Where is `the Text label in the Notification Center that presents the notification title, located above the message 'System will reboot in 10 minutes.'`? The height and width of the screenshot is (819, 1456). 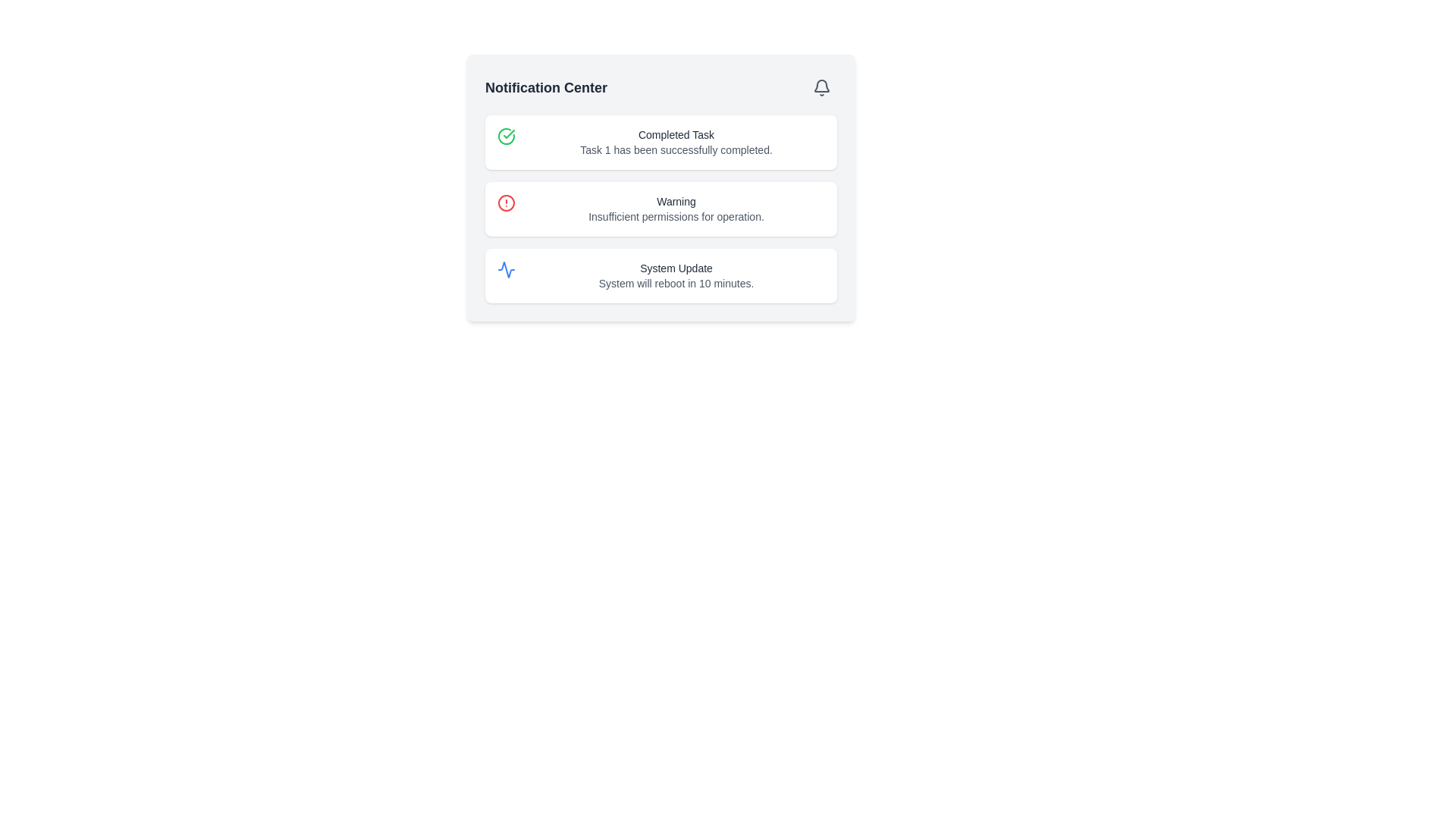 the Text label in the Notification Center that presents the notification title, located above the message 'System will reboot in 10 minutes.' is located at coordinates (676, 268).